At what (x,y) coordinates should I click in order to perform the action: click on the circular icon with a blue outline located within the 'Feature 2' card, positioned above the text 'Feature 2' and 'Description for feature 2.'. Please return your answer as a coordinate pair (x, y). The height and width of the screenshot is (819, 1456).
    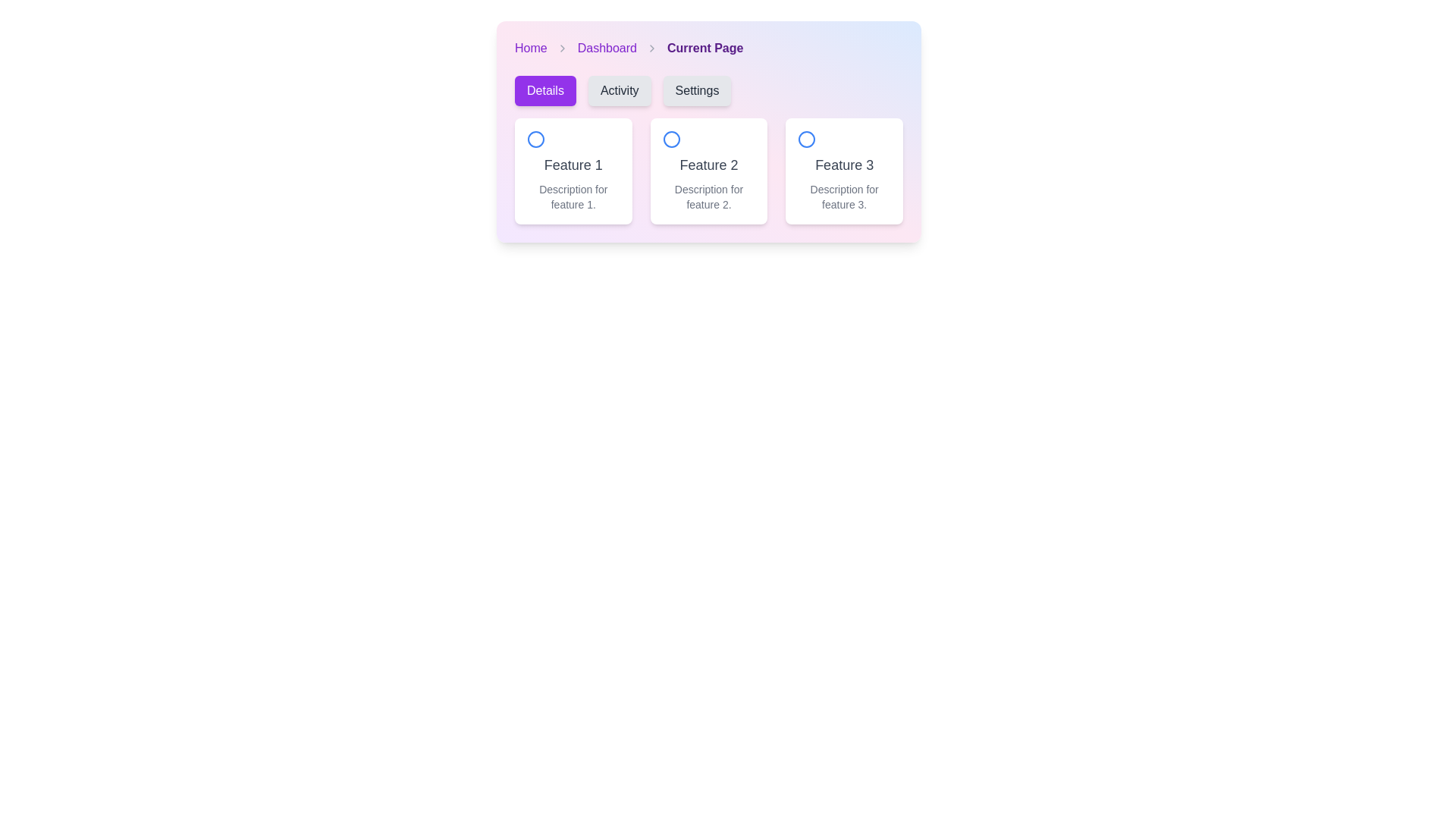
    Looking at the image, I should click on (670, 140).